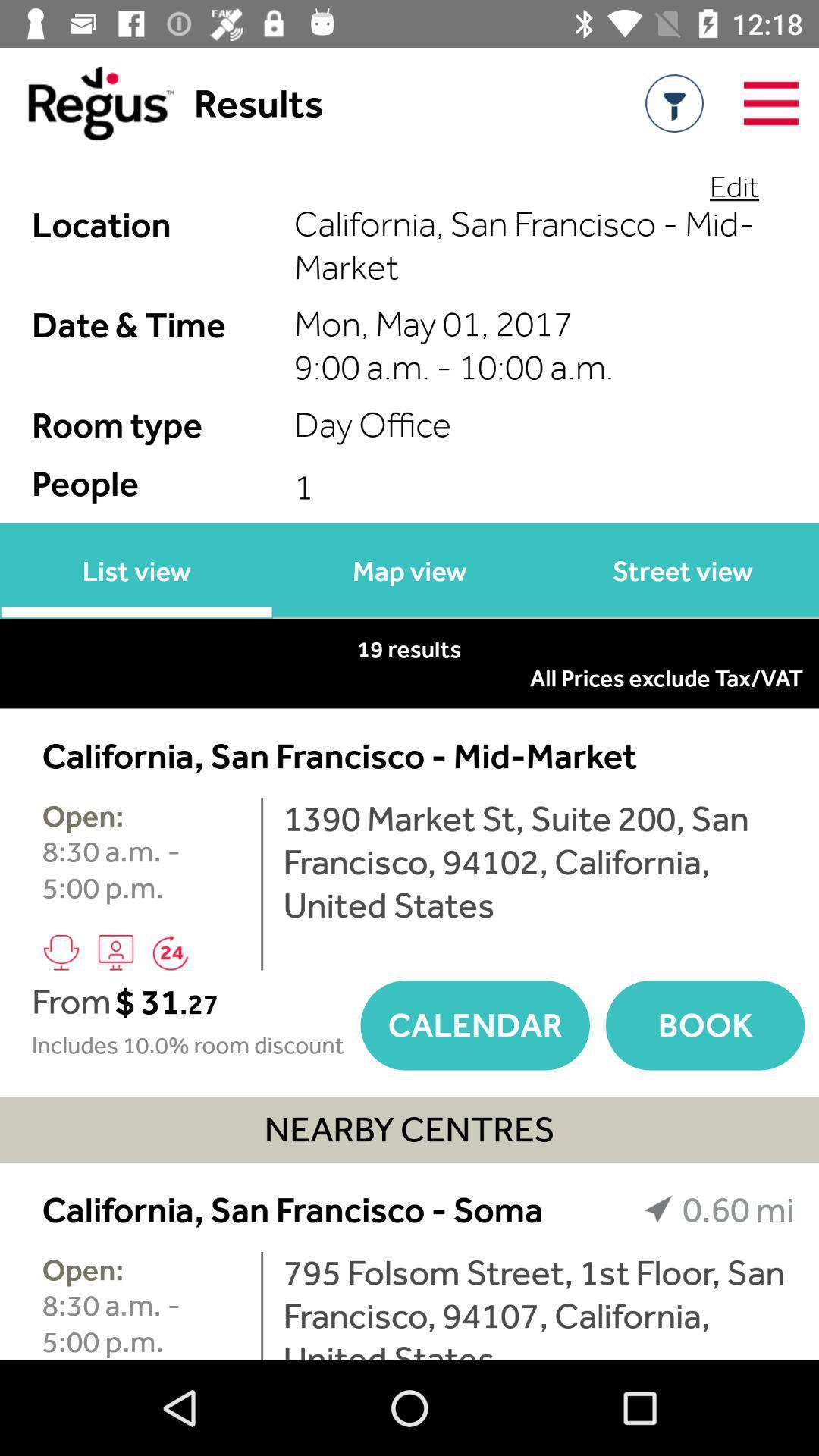 Image resolution: width=819 pixels, height=1456 pixels. What do you see at coordinates (474, 1025) in the screenshot?
I see `icon next to book icon` at bounding box center [474, 1025].